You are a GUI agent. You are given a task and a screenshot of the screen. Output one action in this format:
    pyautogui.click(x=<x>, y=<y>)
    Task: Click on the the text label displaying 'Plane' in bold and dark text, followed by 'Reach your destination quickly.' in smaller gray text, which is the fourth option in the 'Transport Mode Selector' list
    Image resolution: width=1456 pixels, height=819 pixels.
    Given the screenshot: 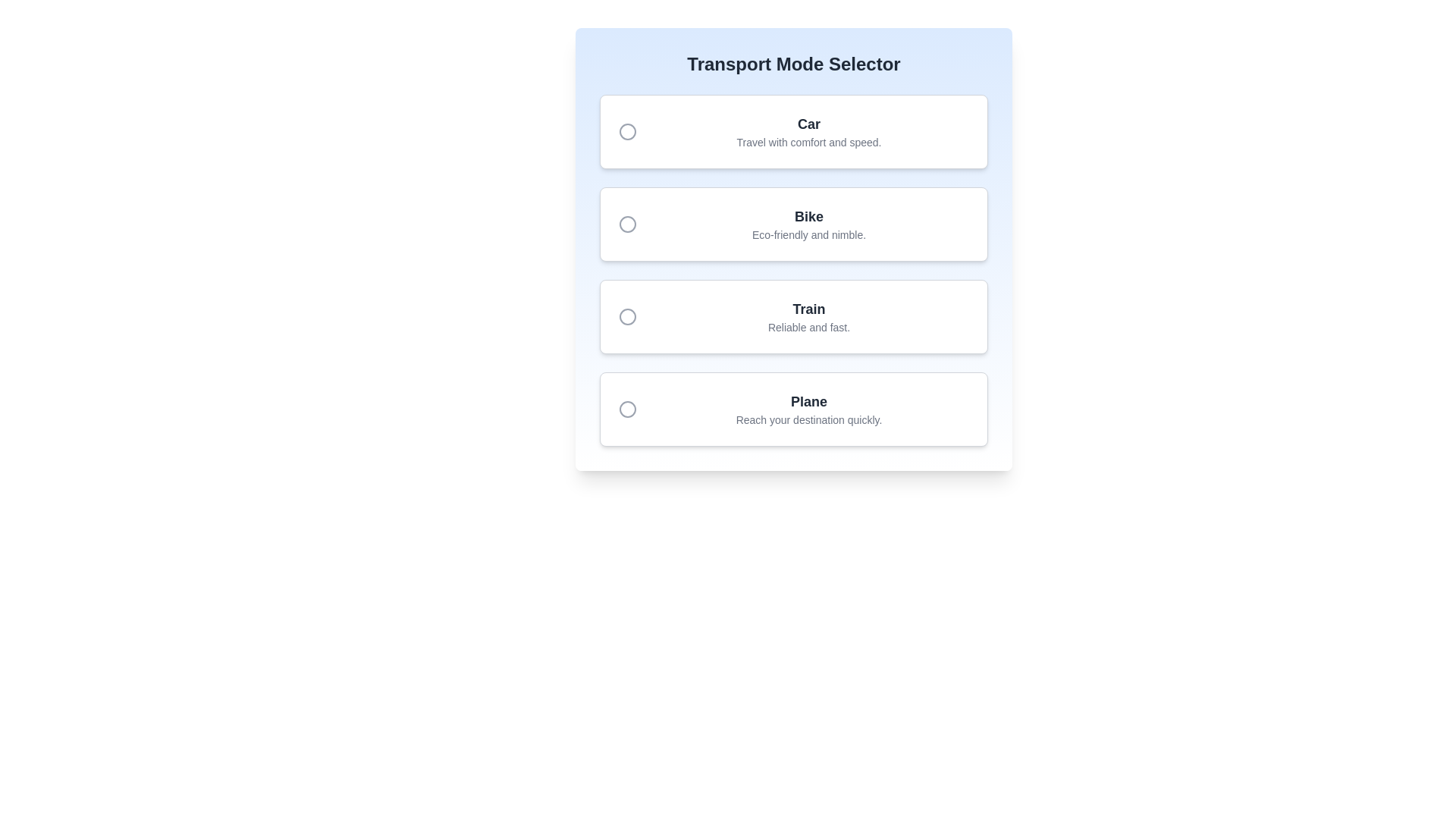 What is the action you would take?
    pyautogui.click(x=808, y=409)
    